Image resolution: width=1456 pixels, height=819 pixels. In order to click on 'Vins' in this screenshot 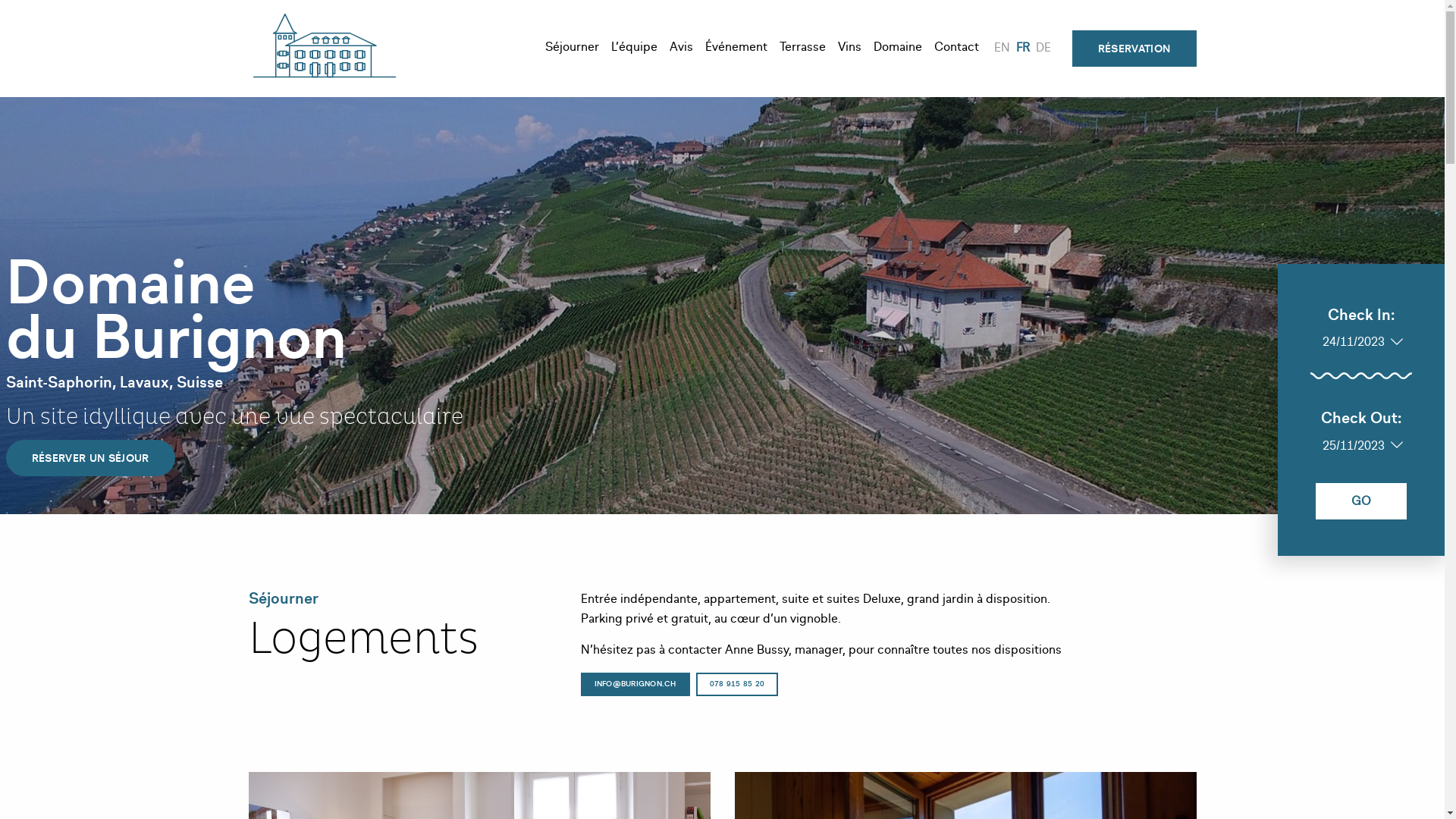, I will do `click(849, 48)`.